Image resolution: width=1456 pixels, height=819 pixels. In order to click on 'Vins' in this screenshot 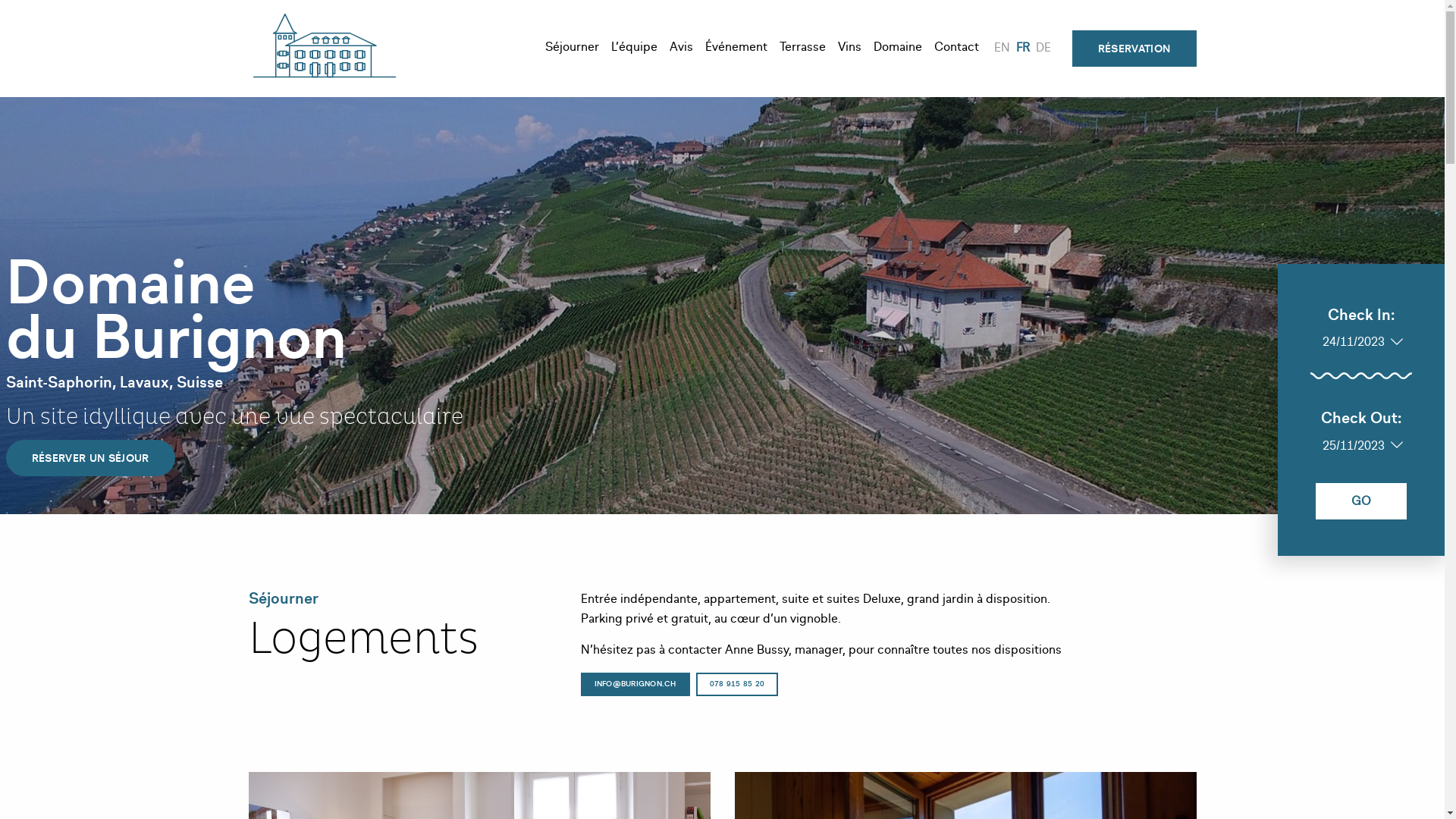, I will do `click(849, 48)`.